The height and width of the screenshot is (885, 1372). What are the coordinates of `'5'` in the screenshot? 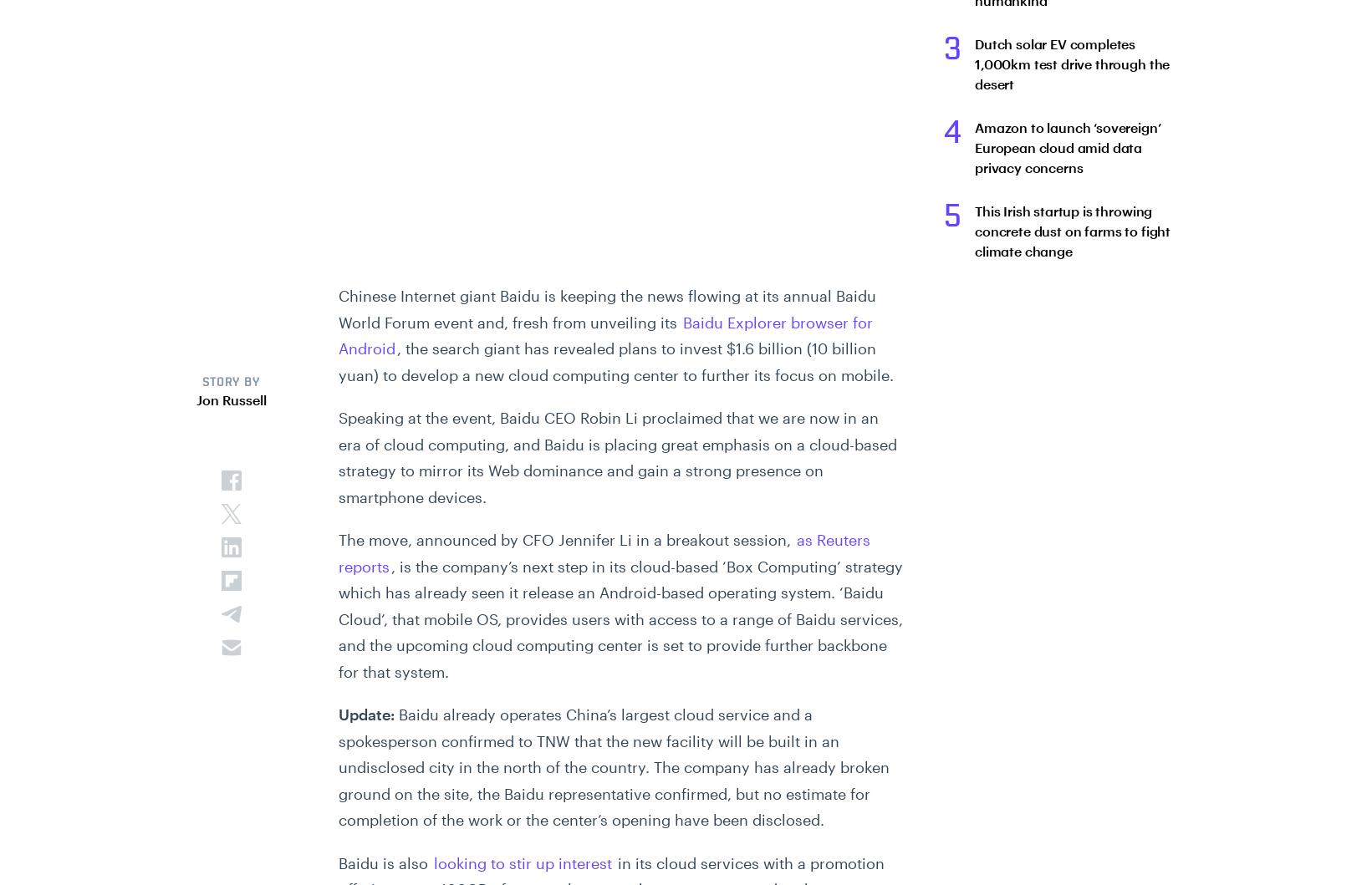 It's located at (951, 216).